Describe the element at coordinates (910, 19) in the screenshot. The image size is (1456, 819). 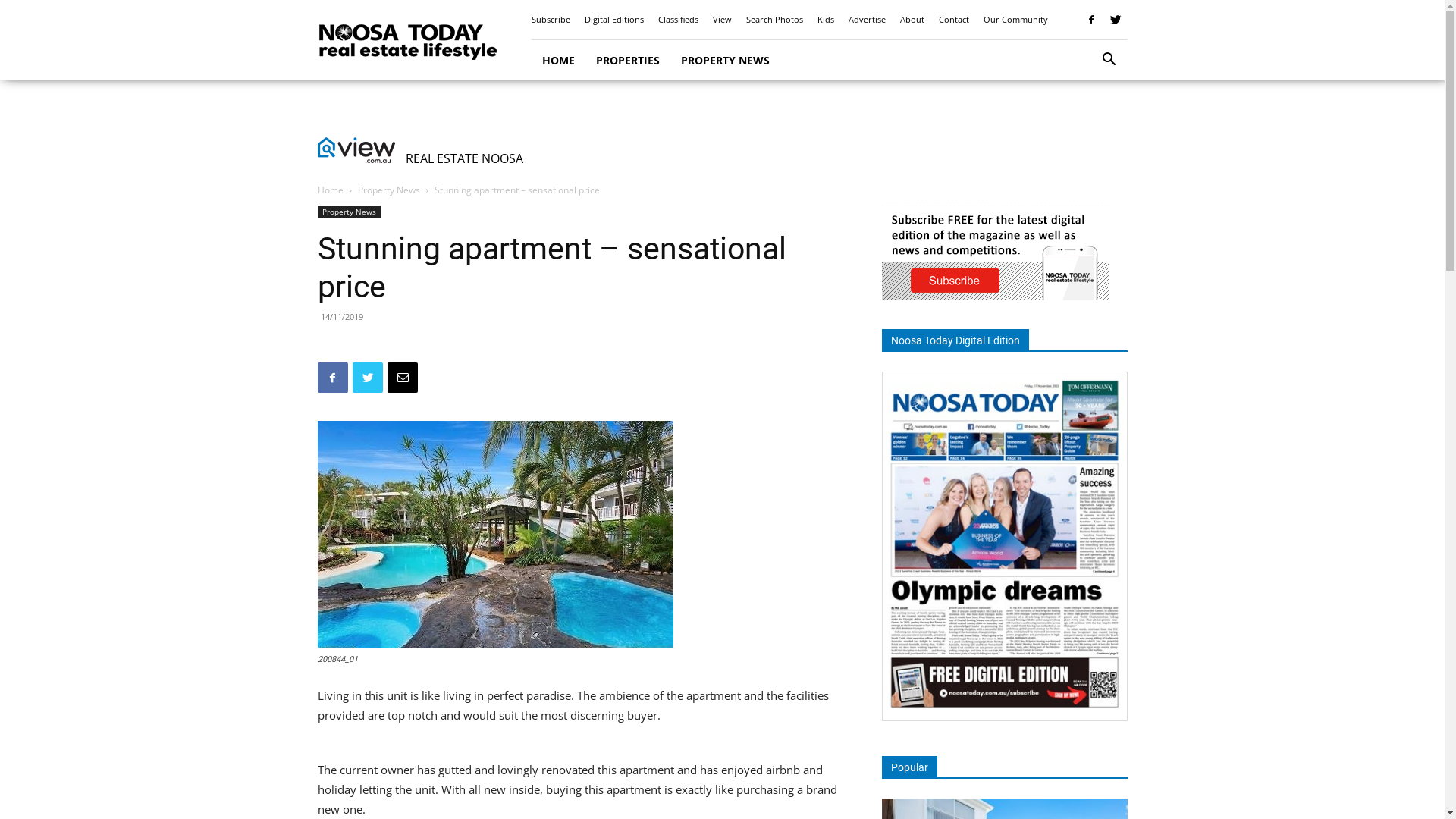
I see `'About'` at that location.